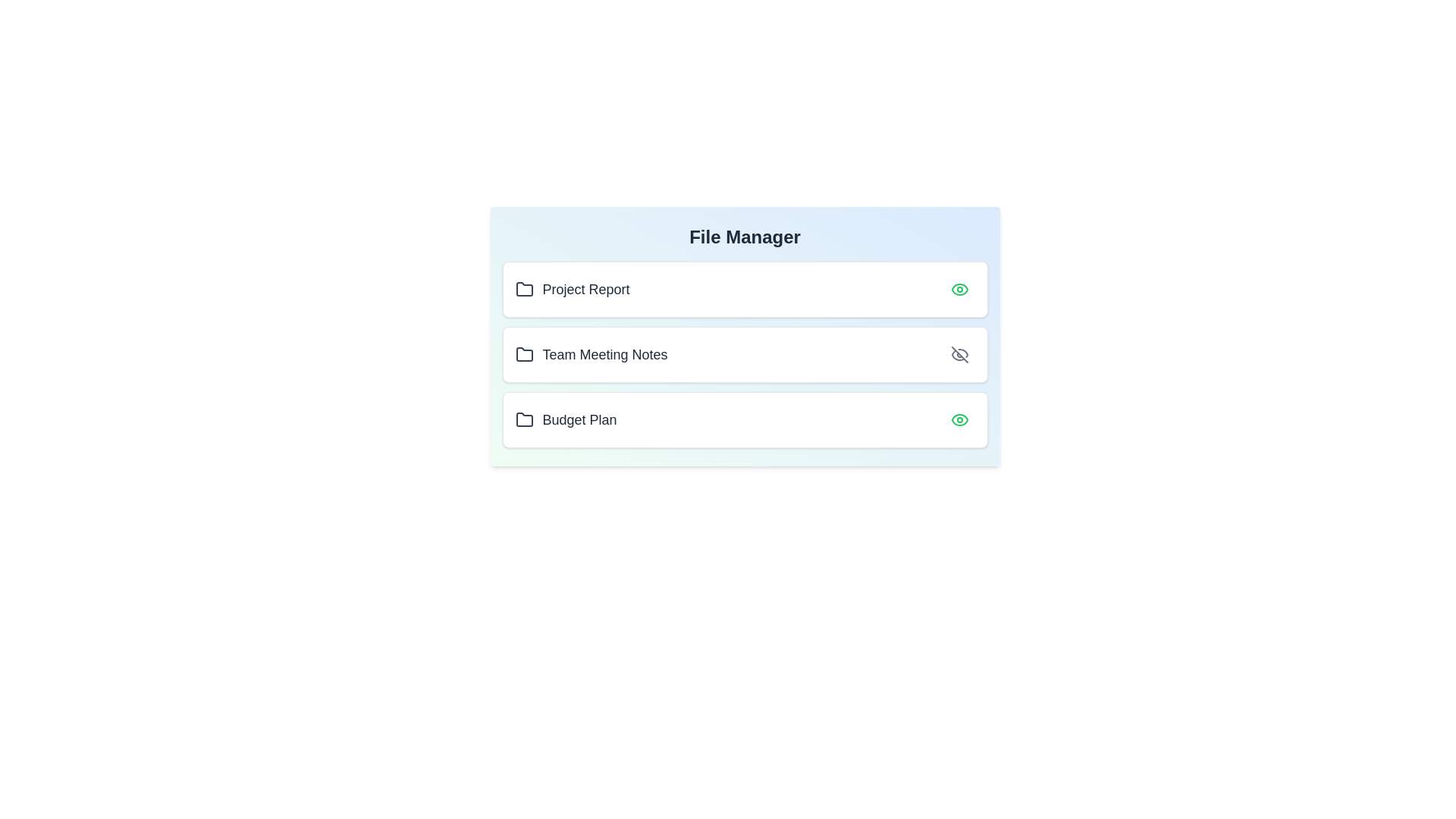  Describe the element at coordinates (524, 420) in the screenshot. I see `the folder icon for Budget Plan` at that location.